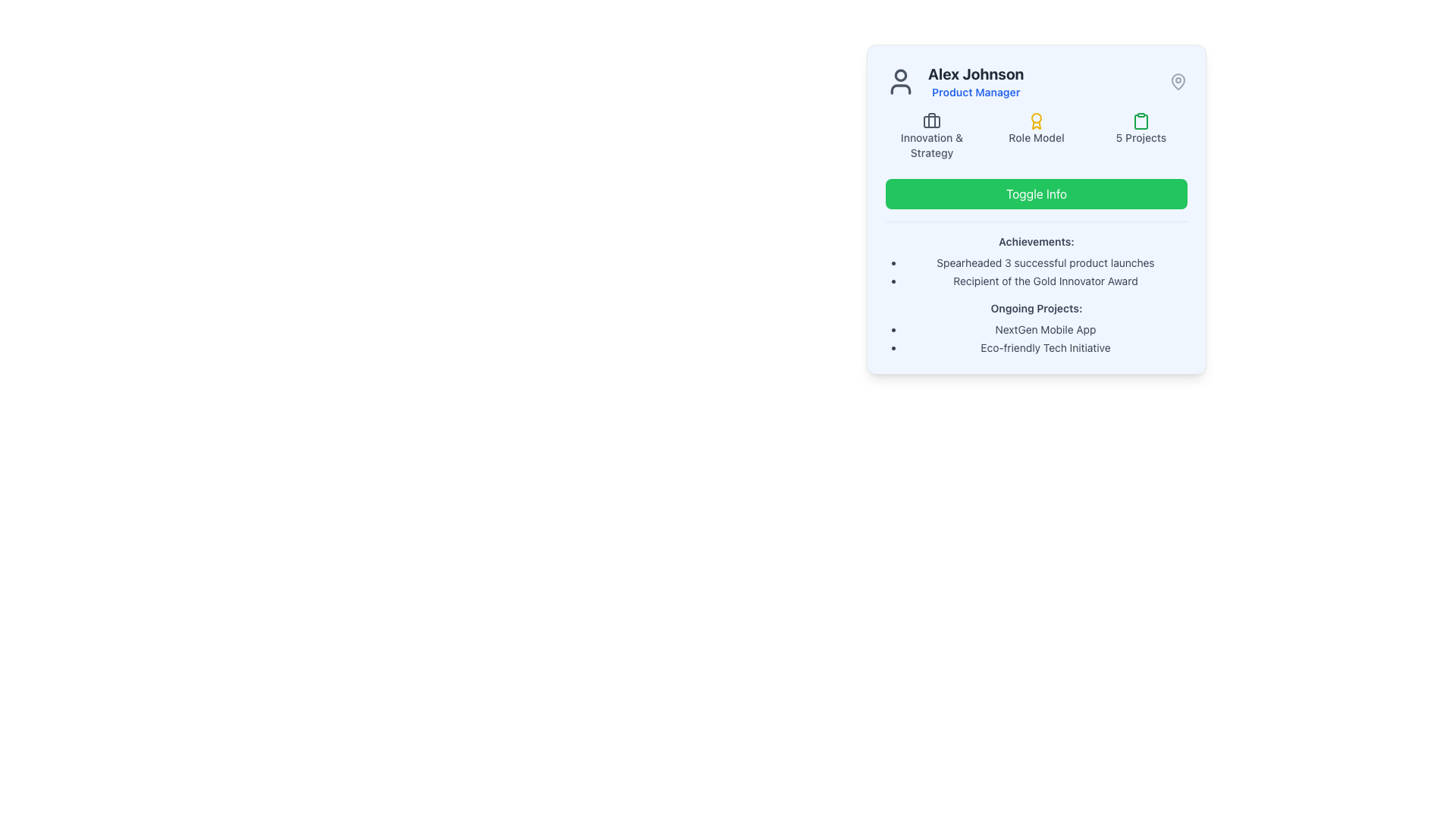 Image resolution: width=1456 pixels, height=819 pixels. What do you see at coordinates (1044, 281) in the screenshot?
I see `the static text element that reads 'Recipient of the Gold Innovator Award', which is the second item in a bulleted list under the 'Achievements:' section` at bounding box center [1044, 281].